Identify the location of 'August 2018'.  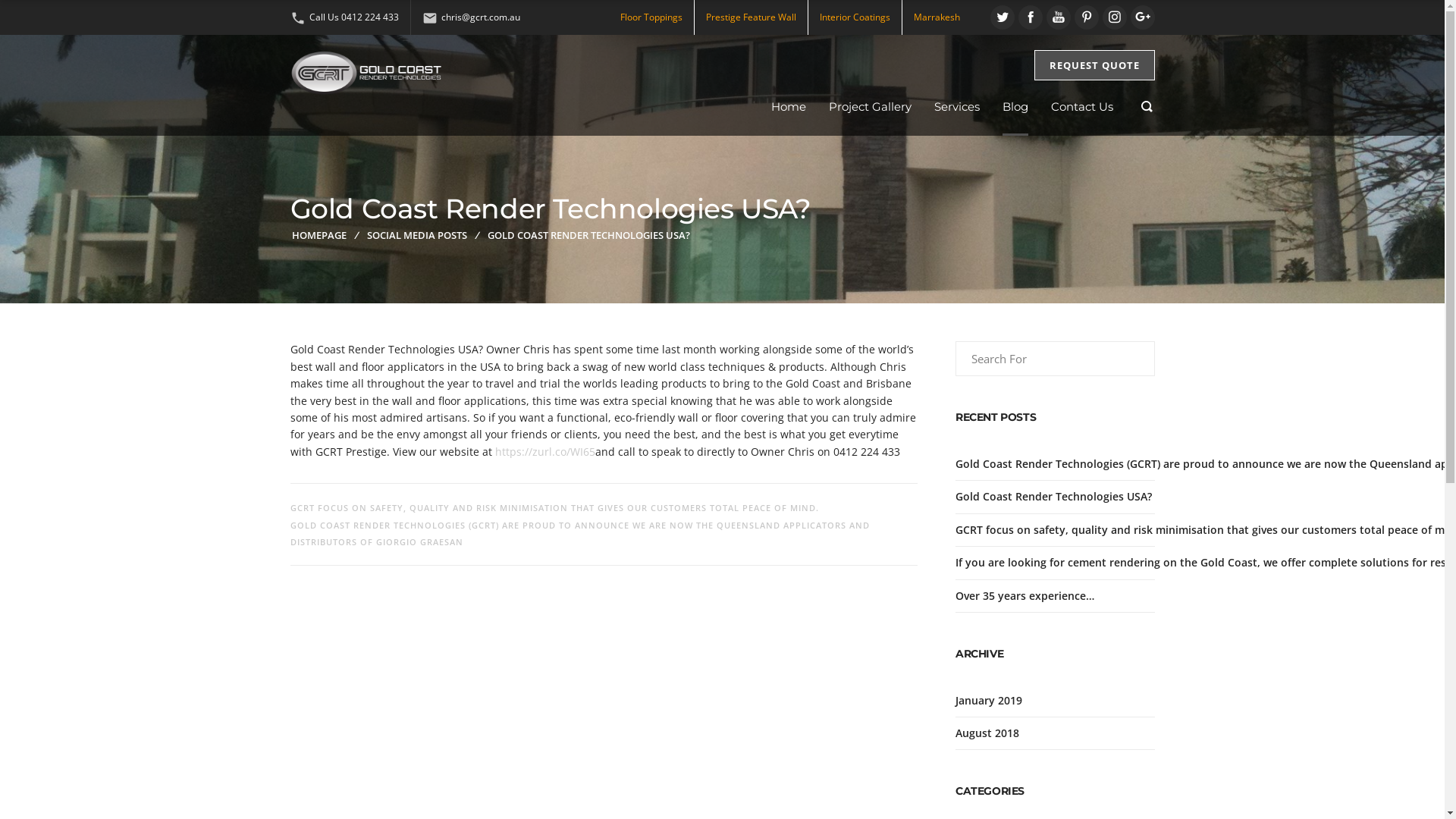
(987, 732).